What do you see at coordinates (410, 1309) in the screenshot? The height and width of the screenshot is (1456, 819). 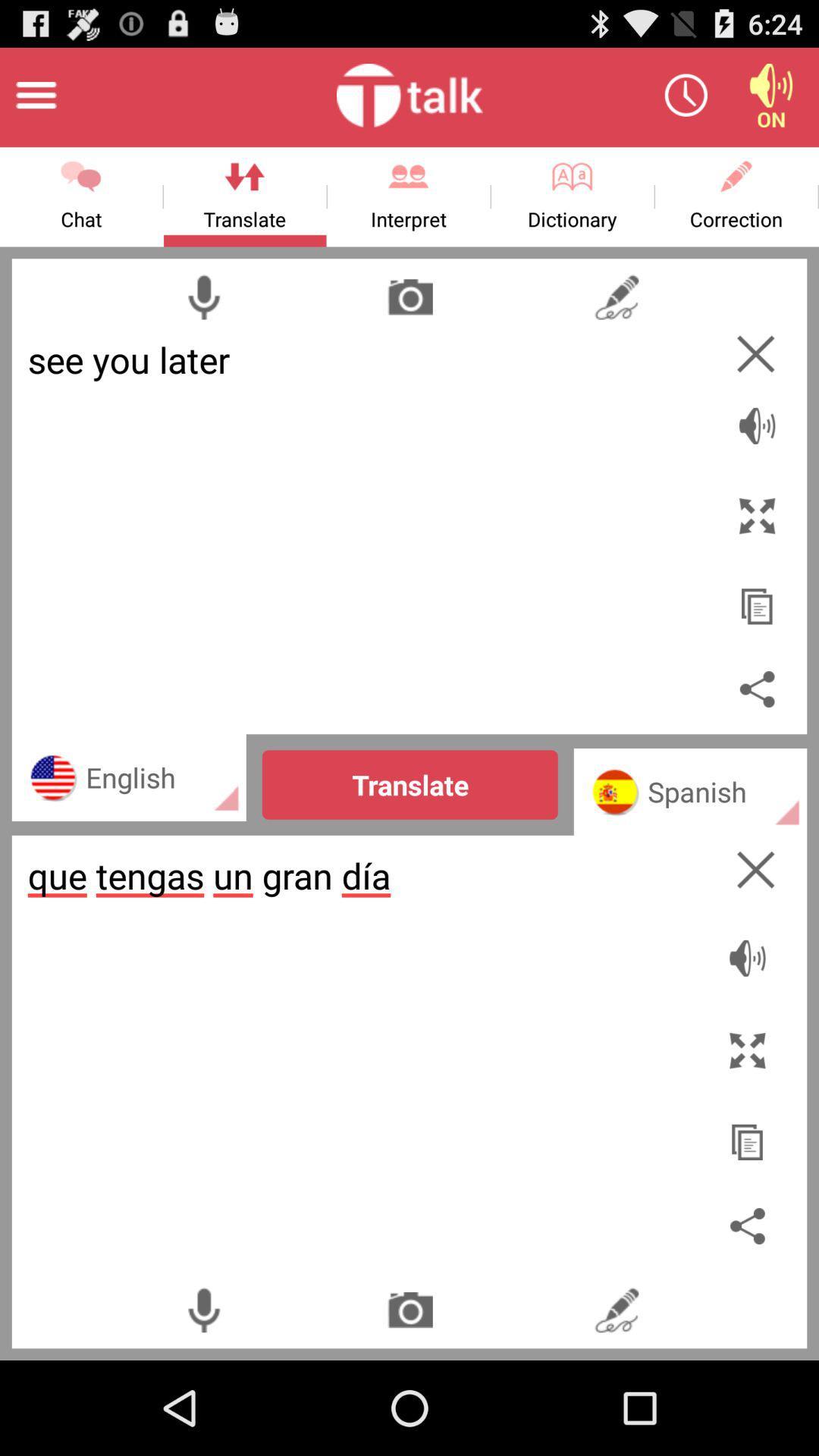 I see `take a photo` at bounding box center [410, 1309].